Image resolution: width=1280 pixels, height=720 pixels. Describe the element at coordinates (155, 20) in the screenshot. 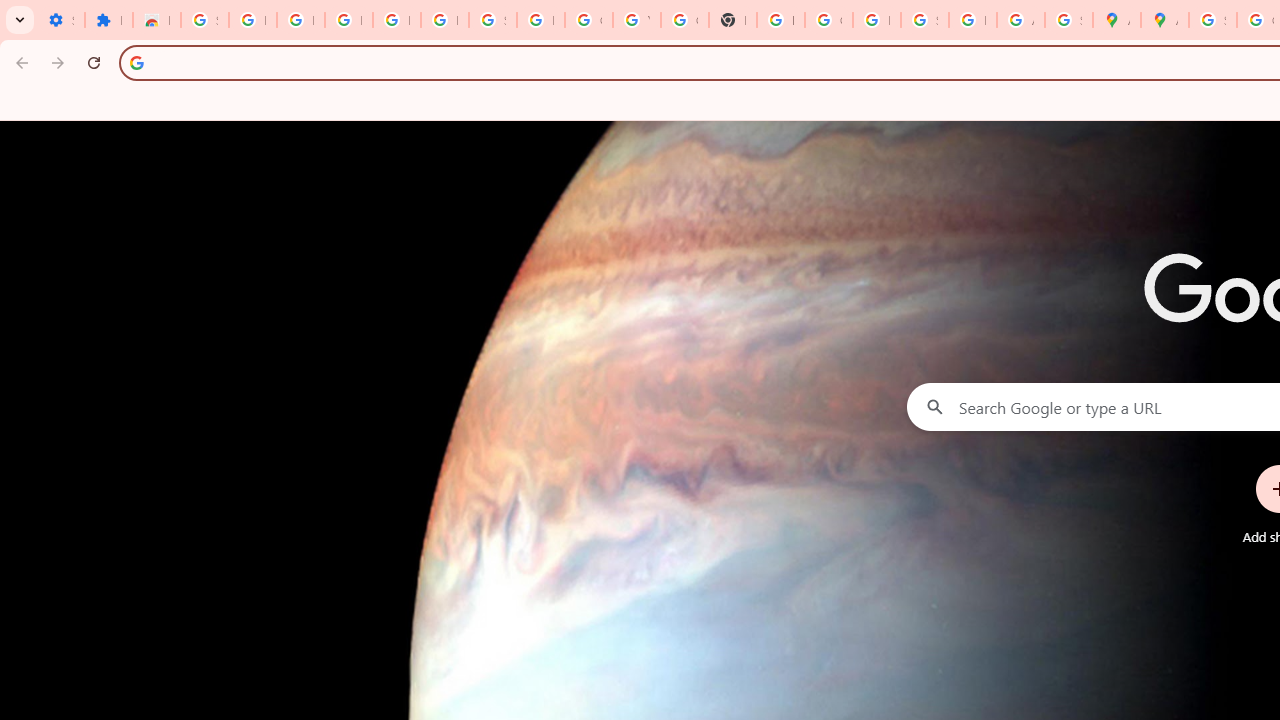

I see `'Reviews: Helix Fruit Jump Arcade Game'` at that location.